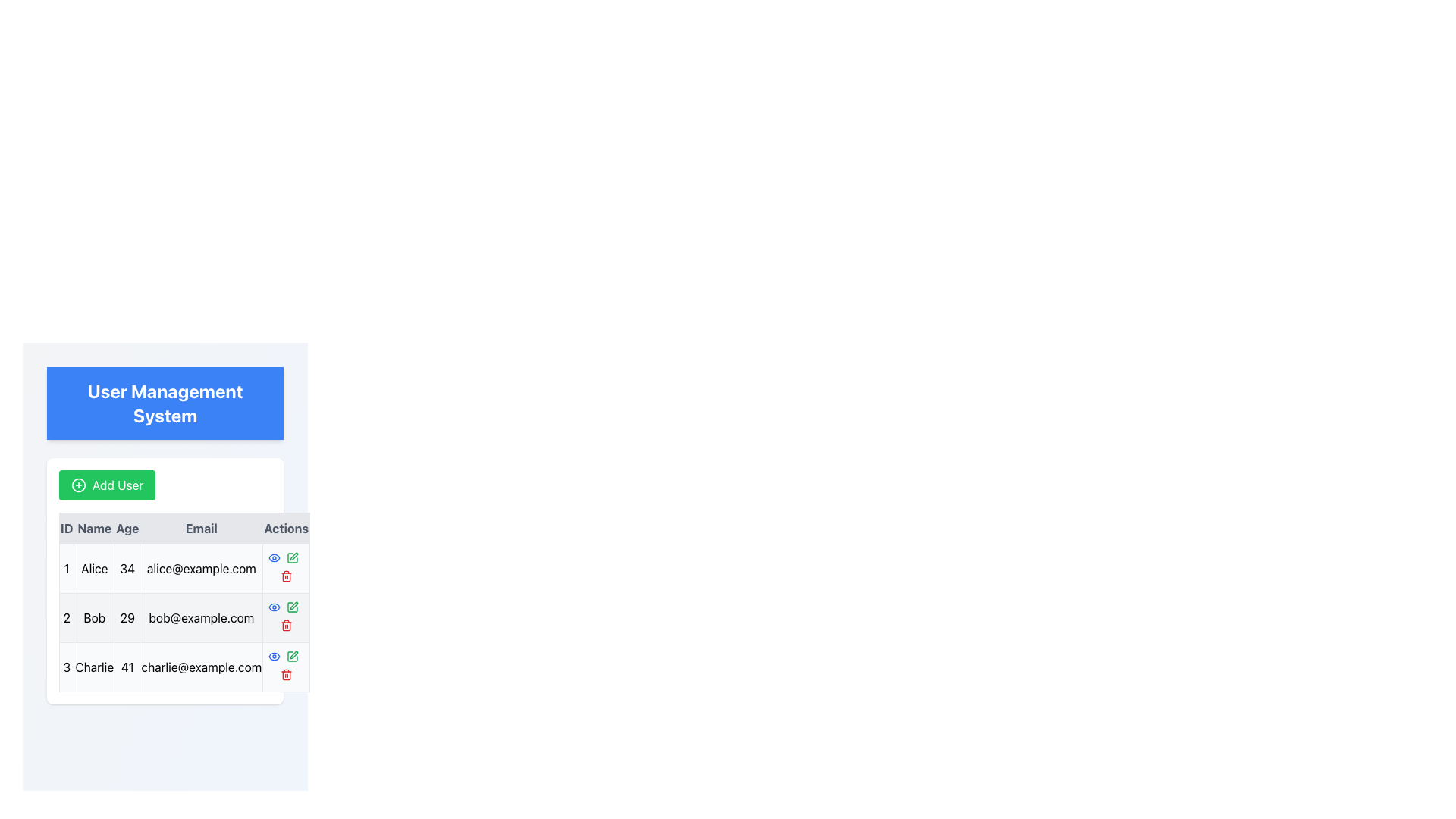 The image size is (1456, 819). Describe the element at coordinates (93, 666) in the screenshot. I see `the non-interactive label displaying the name 'Charlie', which is located in the second column of the third row of the table` at that location.